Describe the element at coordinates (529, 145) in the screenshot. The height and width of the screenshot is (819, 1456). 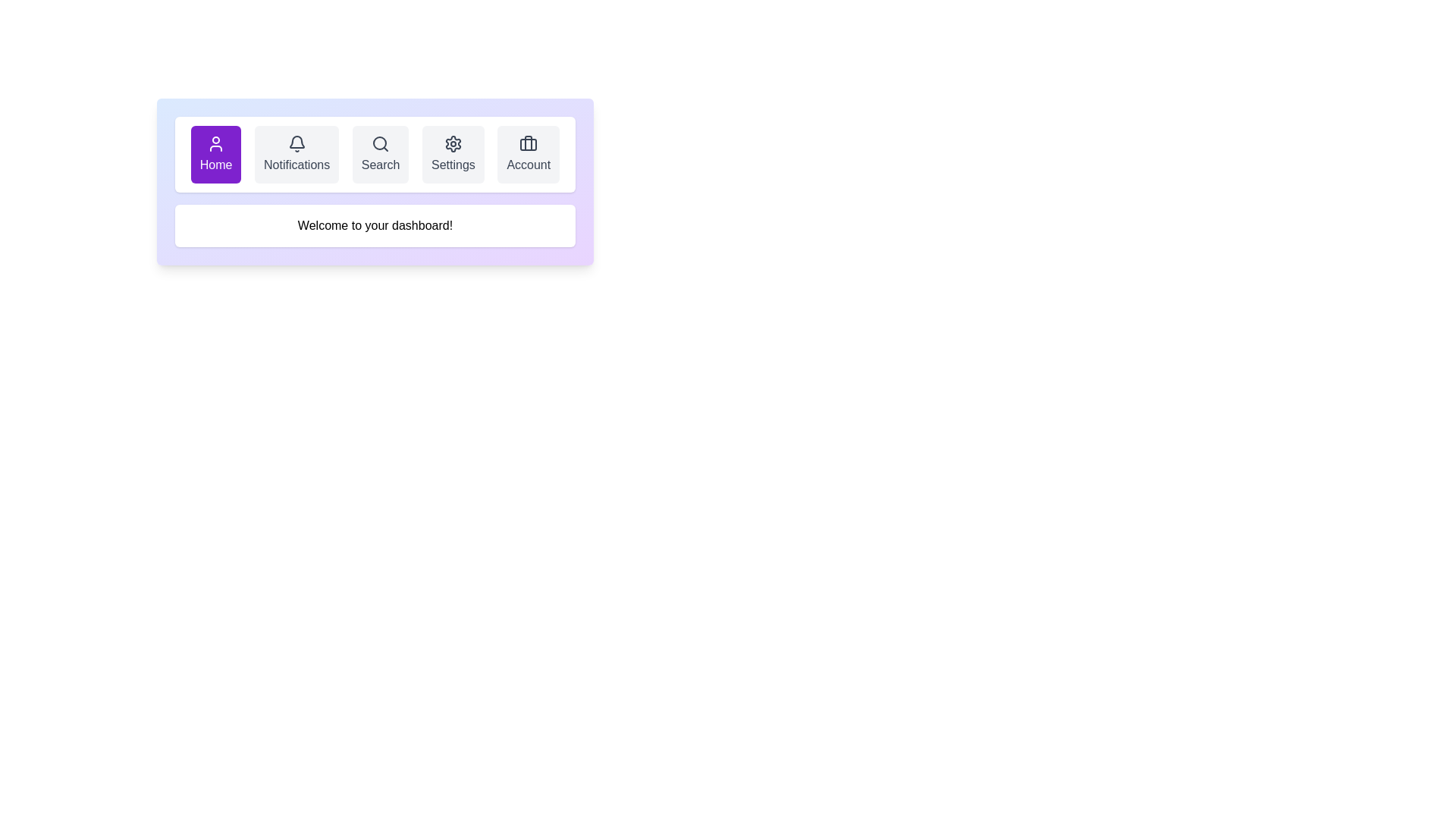
I see `the rectangular shape with rounded corners inside the 'Account' button's briefcase icon located in the top navigation bar` at that location.